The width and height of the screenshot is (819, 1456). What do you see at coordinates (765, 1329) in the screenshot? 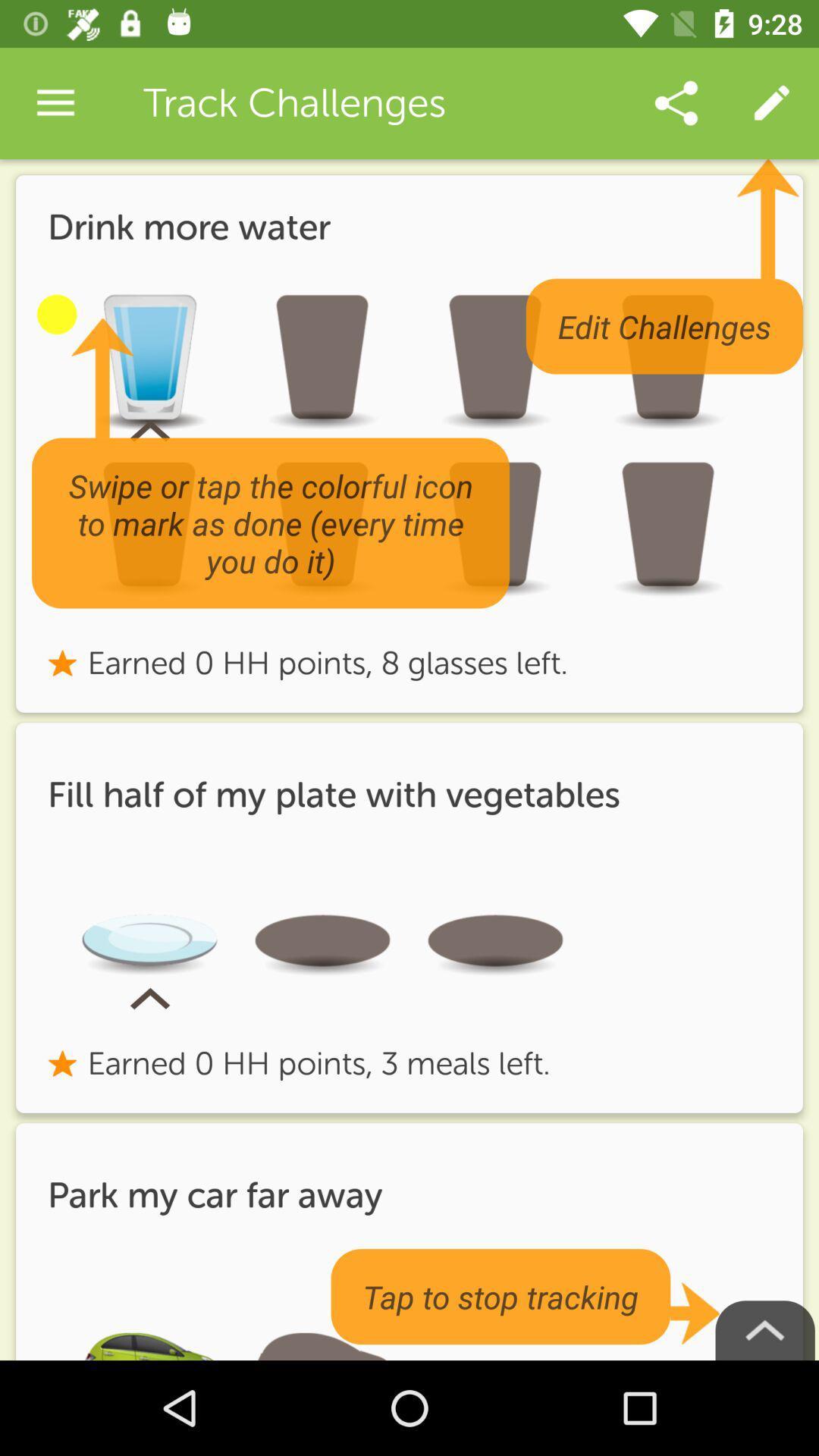
I see `the expand_less icon` at bounding box center [765, 1329].